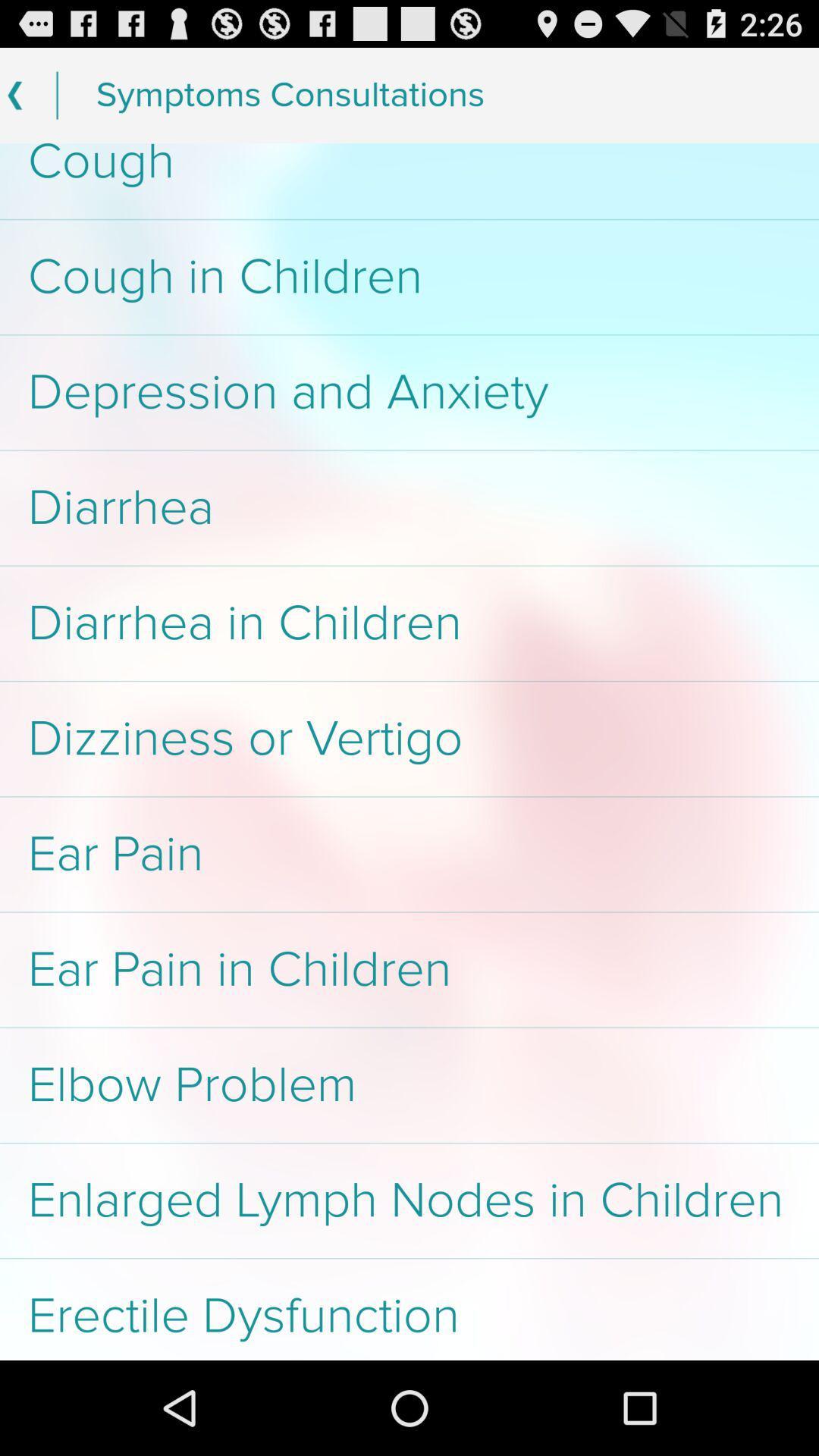  I want to click on depression and anxiety, so click(409, 392).